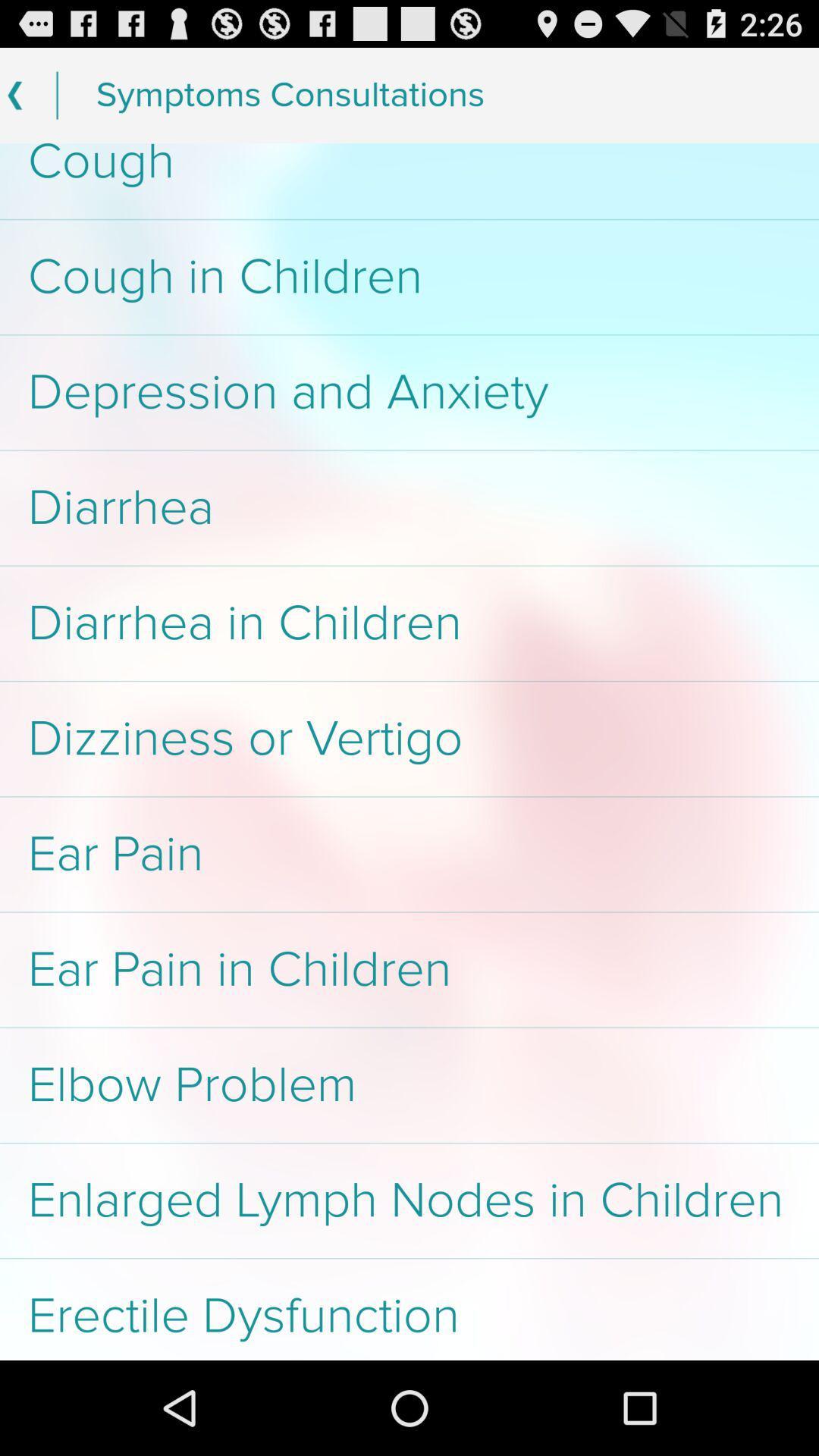  I want to click on depression and anxiety, so click(409, 392).